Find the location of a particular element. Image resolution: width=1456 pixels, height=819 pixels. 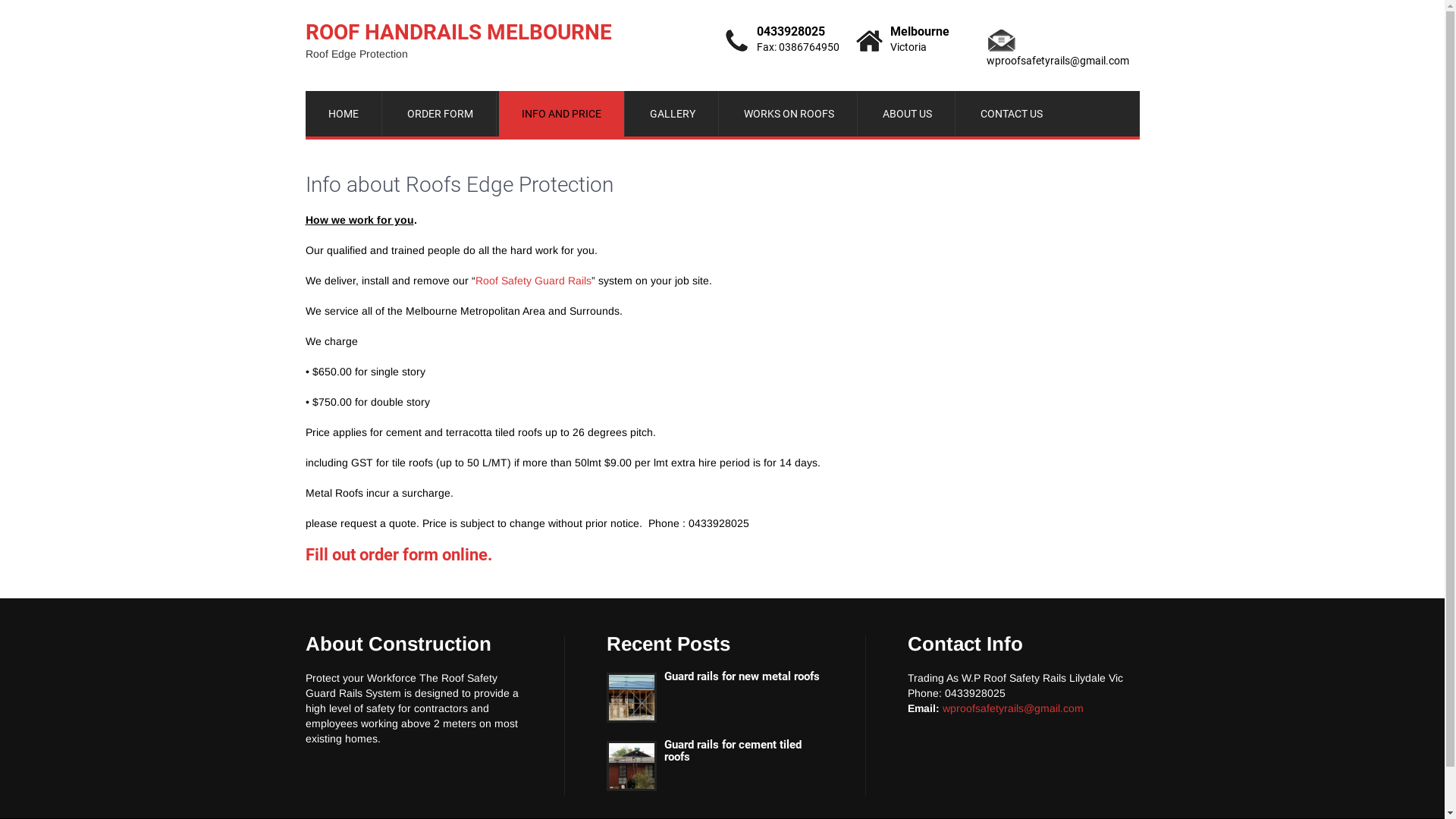

'CONTACT US' is located at coordinates (1011, 113).